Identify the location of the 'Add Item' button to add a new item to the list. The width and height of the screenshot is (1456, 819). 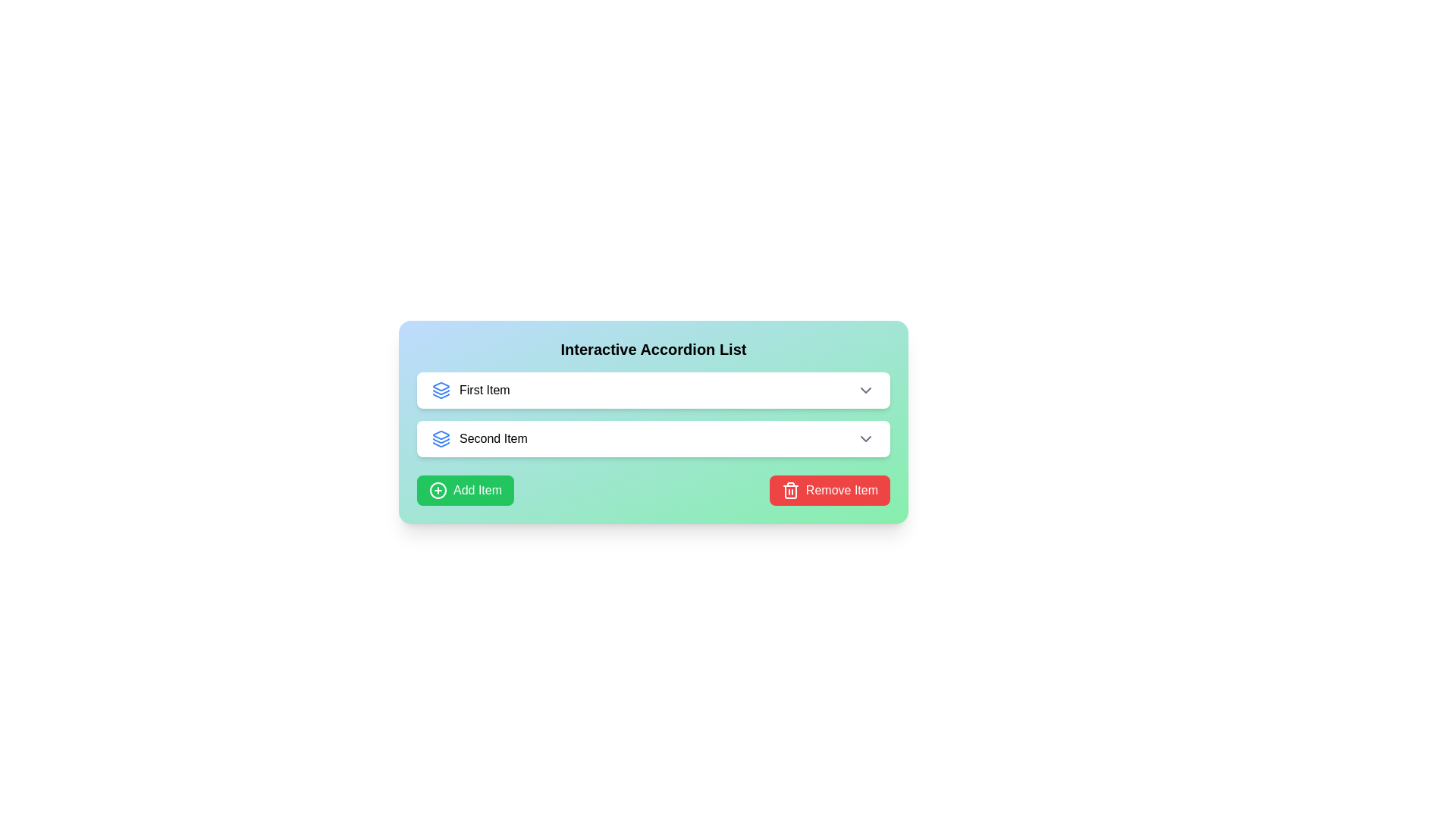
(465, 491).